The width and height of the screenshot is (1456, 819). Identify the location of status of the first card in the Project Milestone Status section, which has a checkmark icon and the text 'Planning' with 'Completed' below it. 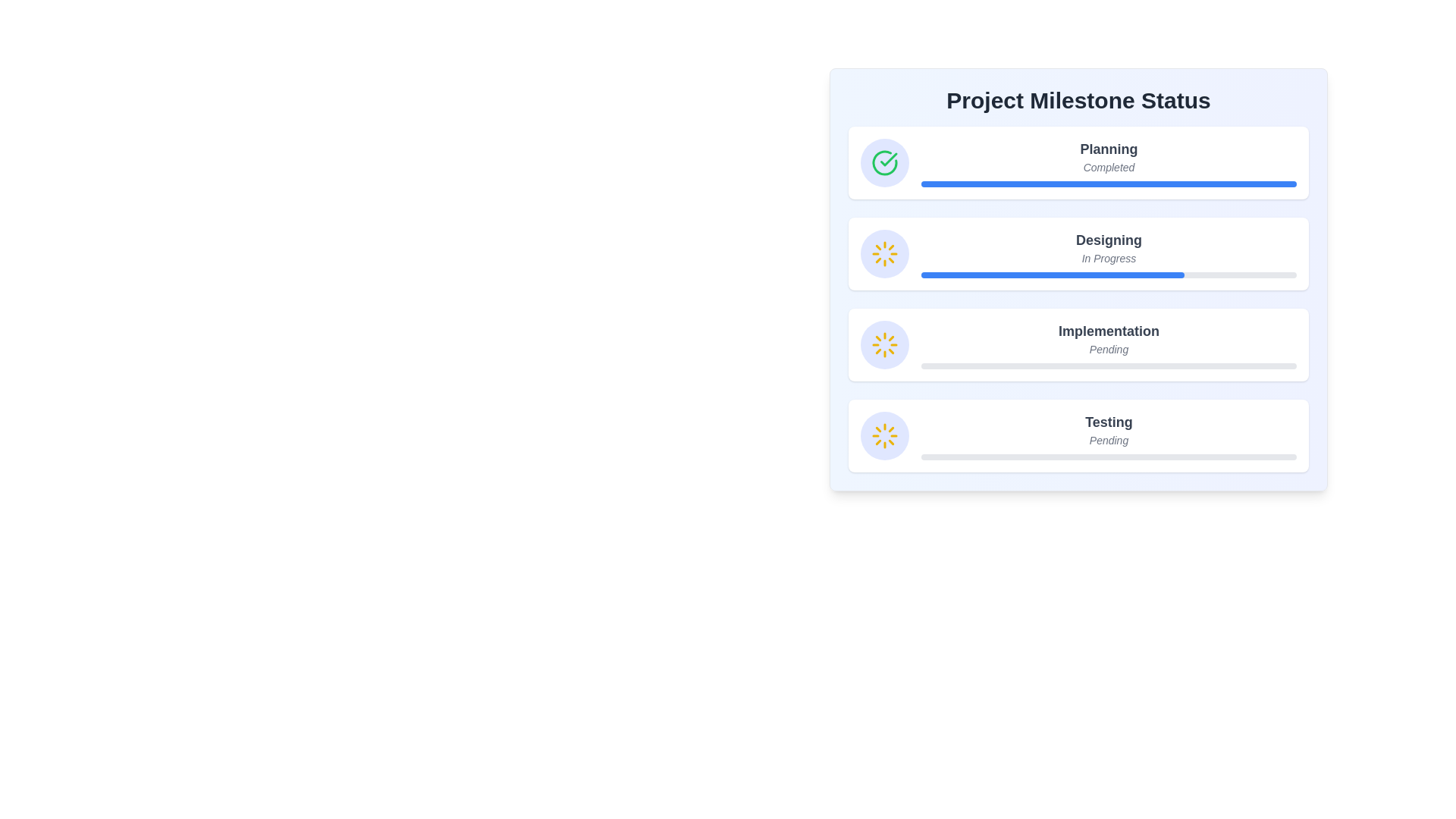
(1078, 163).